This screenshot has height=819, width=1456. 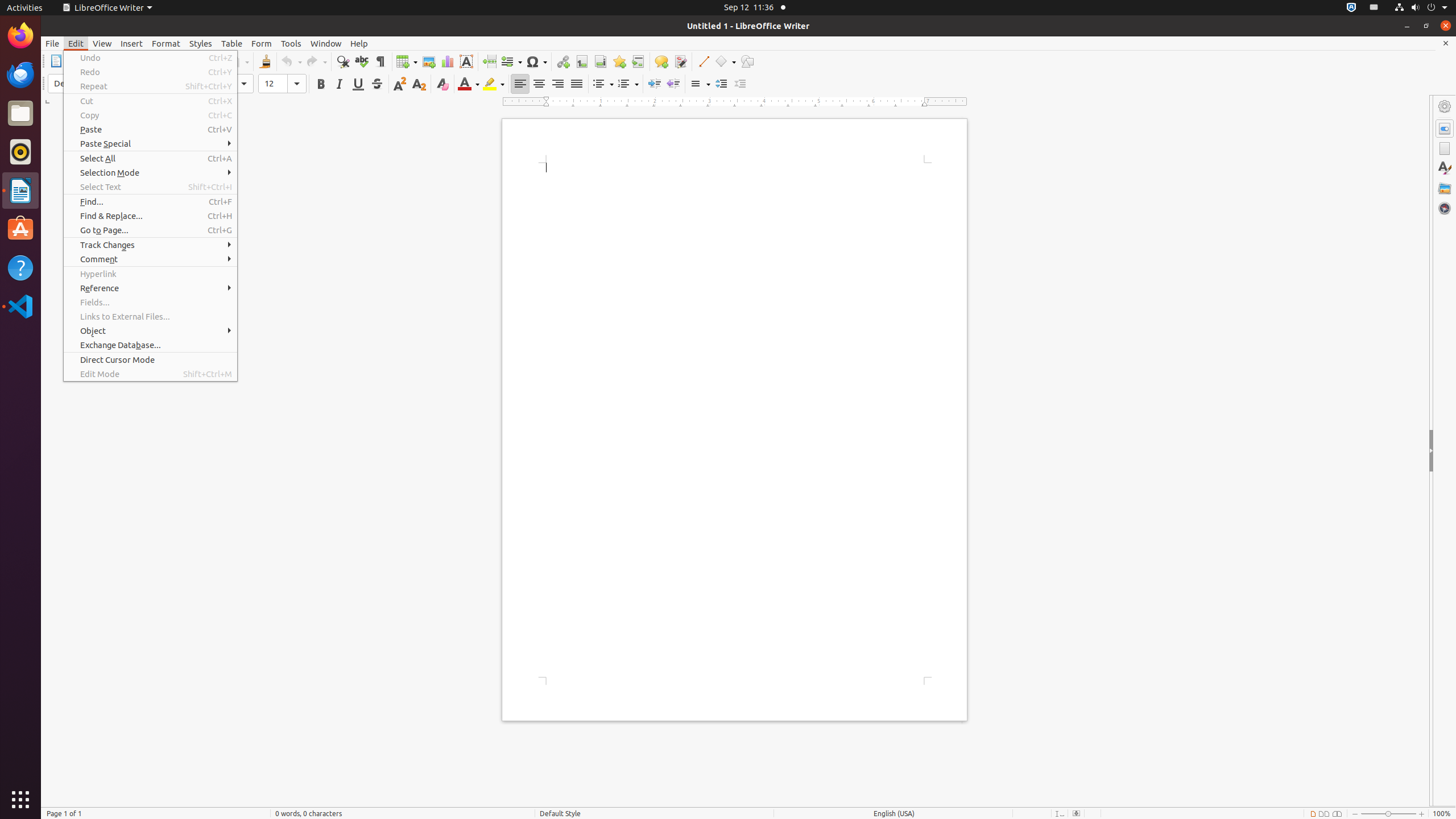 I want to click on 'Bold', so click(x=320, y=83).